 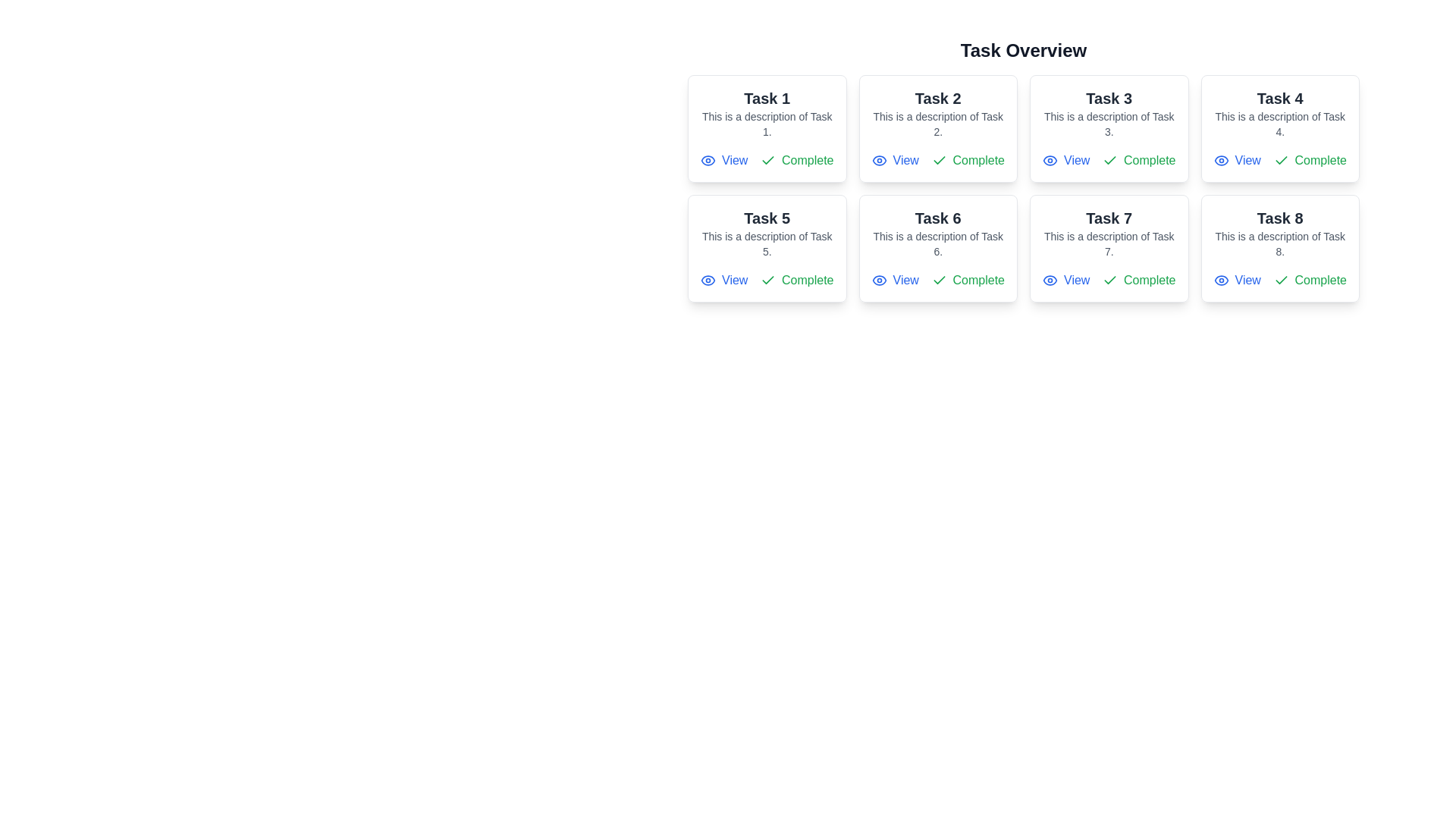 I want to click on the 'Complete' button with a green checkmark icon located in the first row, third column of the grid layout, so click(x=1139, y=161).